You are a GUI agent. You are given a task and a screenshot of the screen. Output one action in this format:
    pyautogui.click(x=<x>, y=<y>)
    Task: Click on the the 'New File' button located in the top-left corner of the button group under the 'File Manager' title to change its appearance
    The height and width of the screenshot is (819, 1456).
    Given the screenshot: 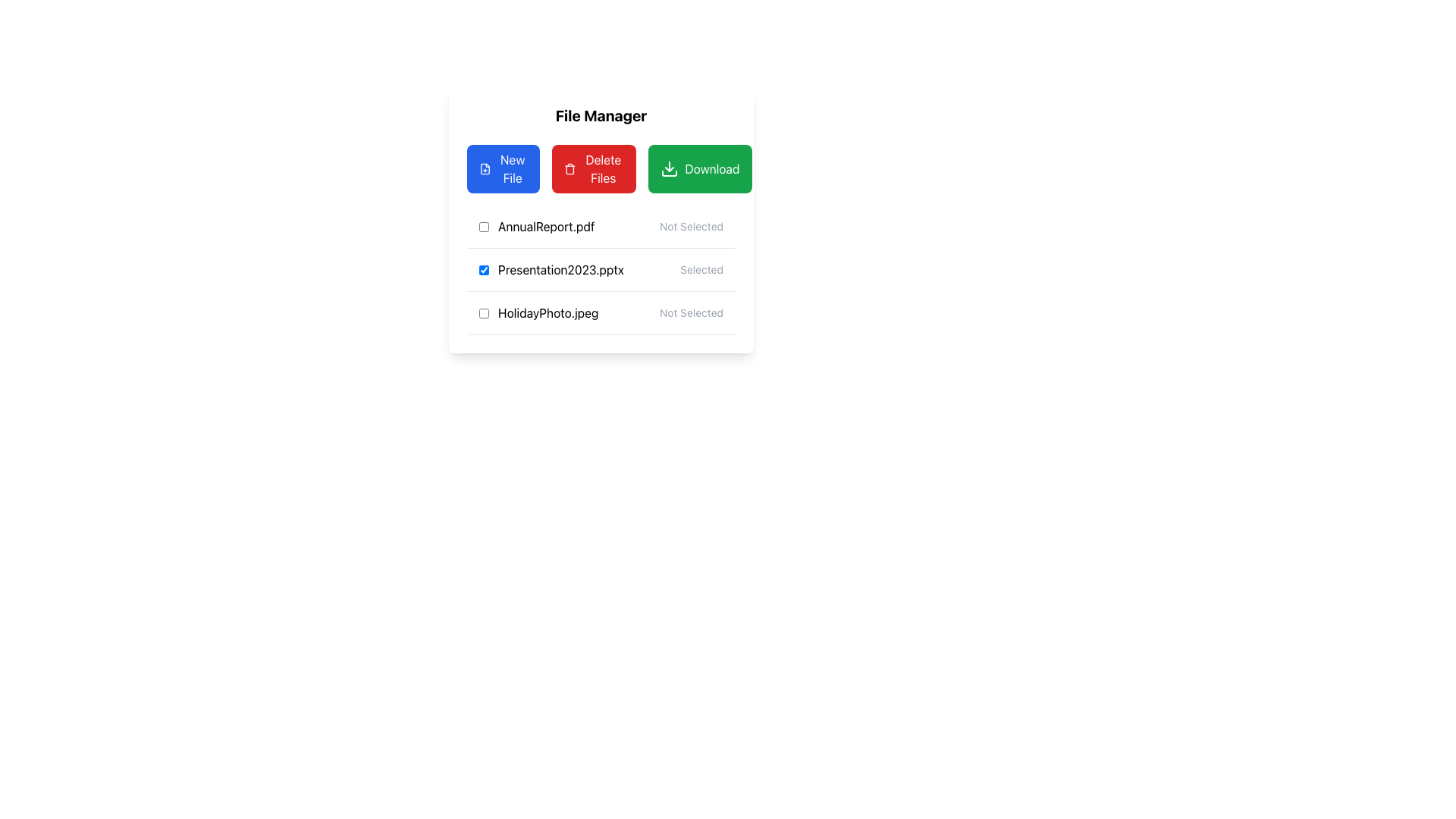 What is the action you would take?
    pyautogui.click(x=504, y=169)
    